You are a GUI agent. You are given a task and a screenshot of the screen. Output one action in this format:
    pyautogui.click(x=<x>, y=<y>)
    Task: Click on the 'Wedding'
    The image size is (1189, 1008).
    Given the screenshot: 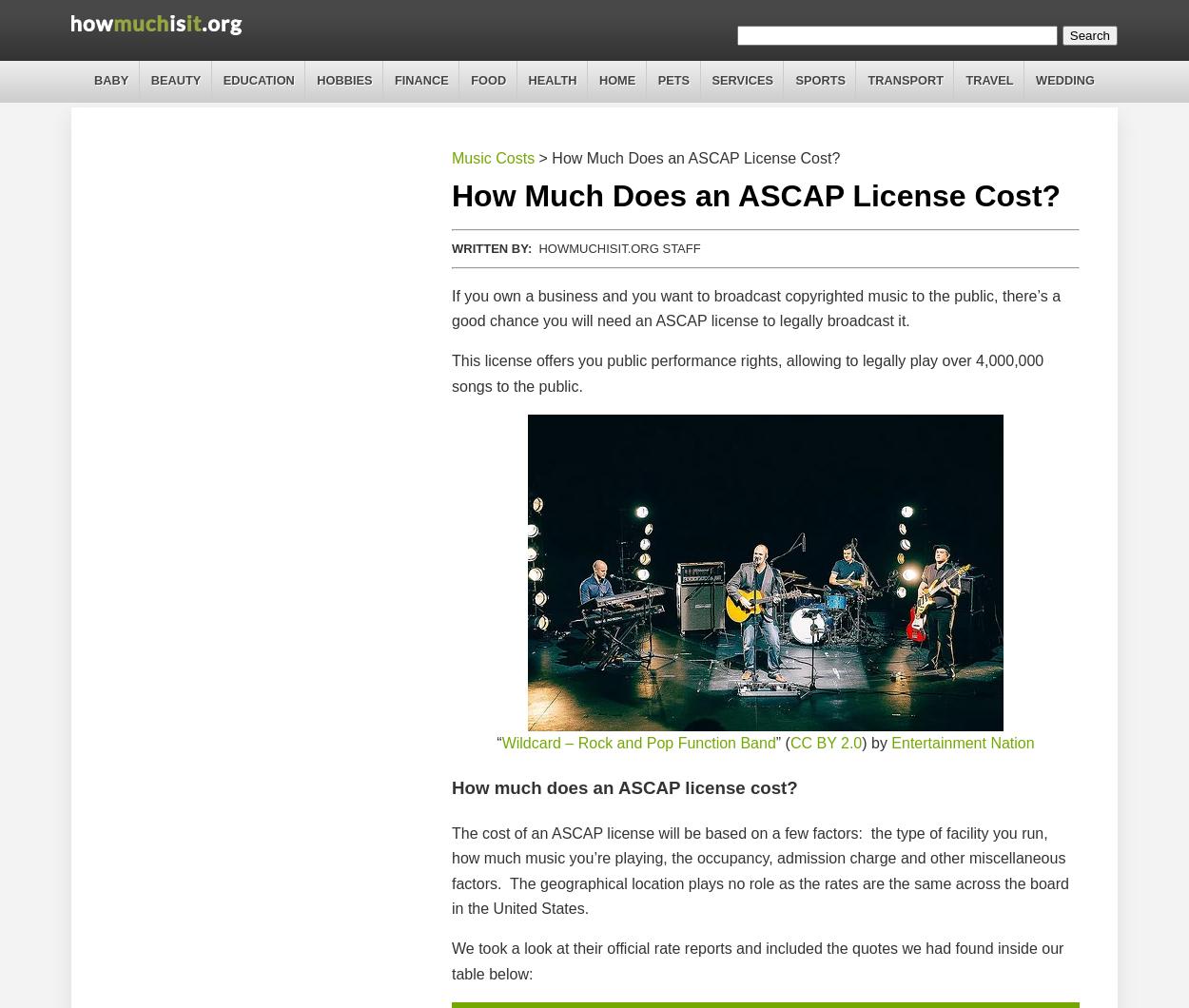 What is the action you would take?
    pyautogui.click(x=1035, y=80)
    